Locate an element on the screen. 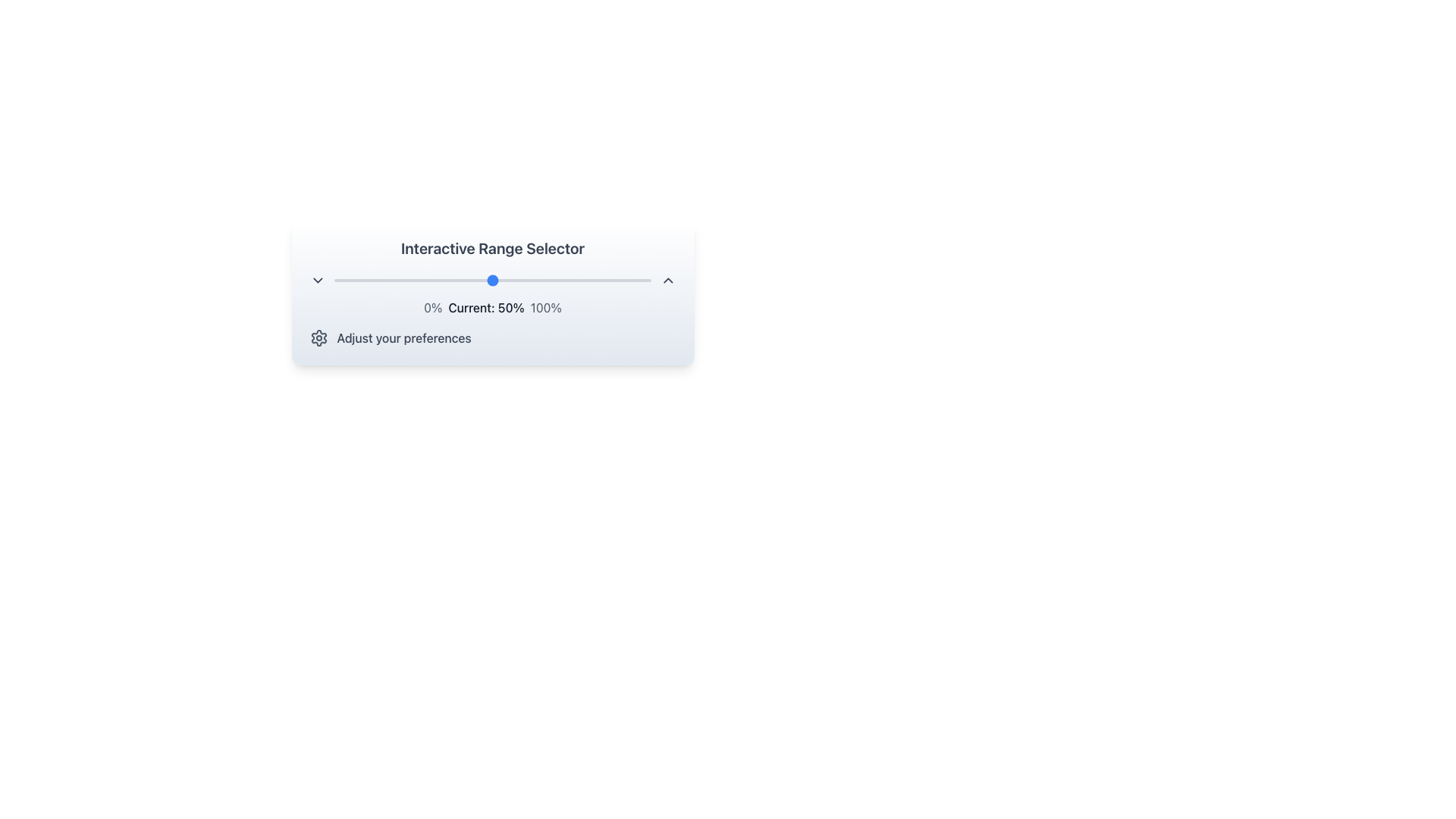 This screenshot has width=1456, height=819. the slider value is located at coordinates (423, 281).